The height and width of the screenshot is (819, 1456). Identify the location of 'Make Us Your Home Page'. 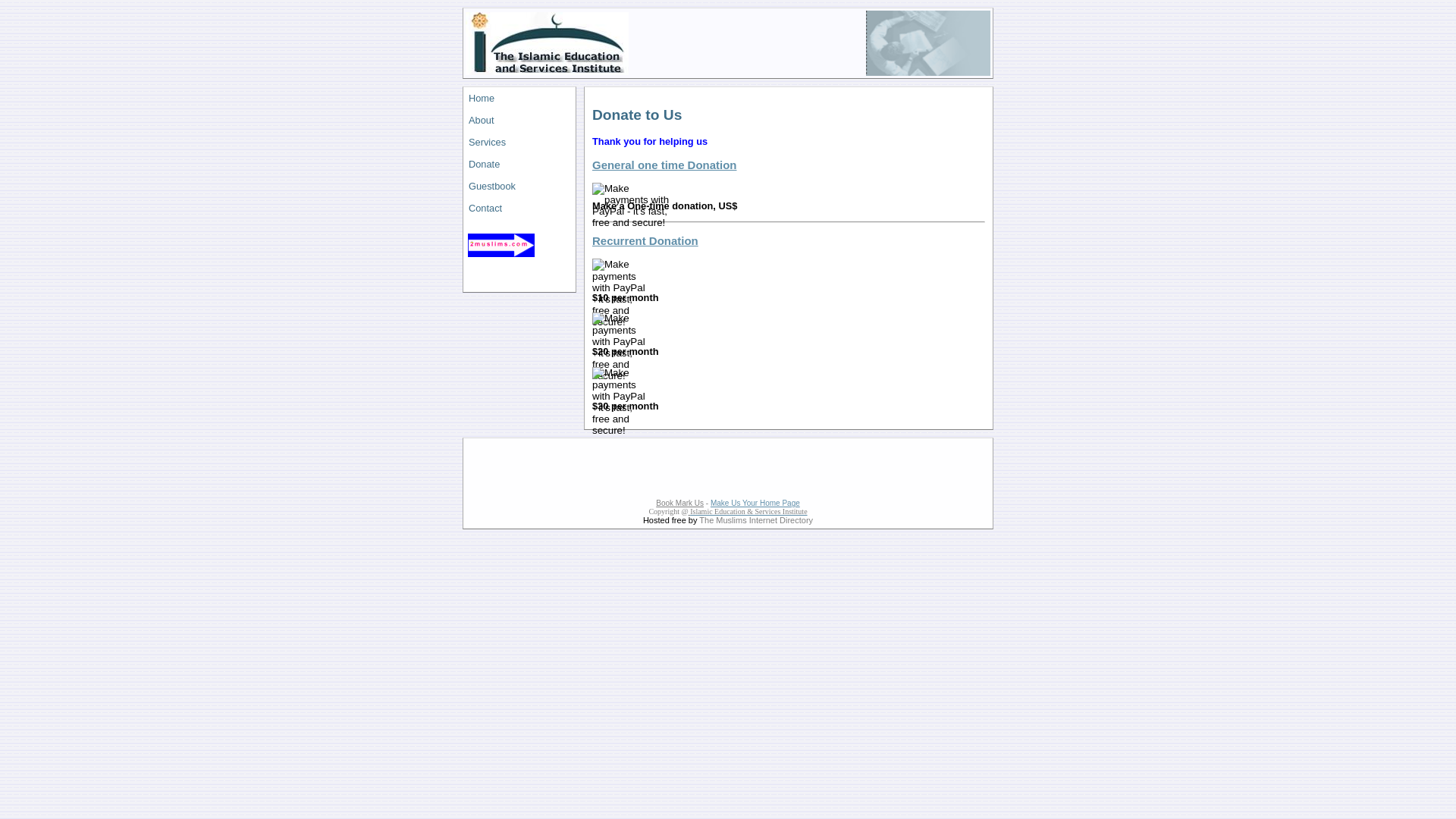
(709, 503).